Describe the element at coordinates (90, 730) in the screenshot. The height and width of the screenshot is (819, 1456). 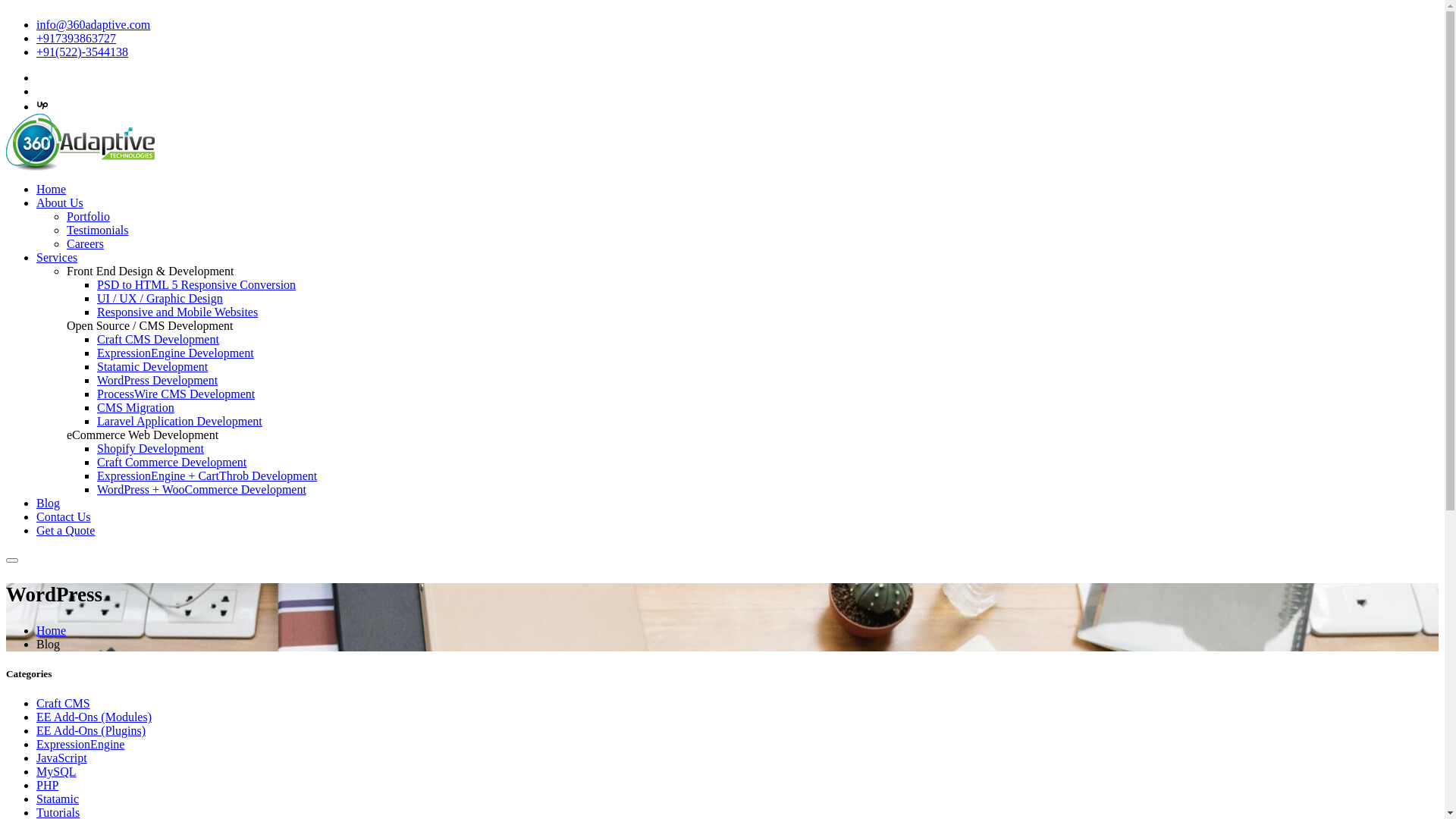
I see `'EE Add-Ons (Plugins)'` at that location.